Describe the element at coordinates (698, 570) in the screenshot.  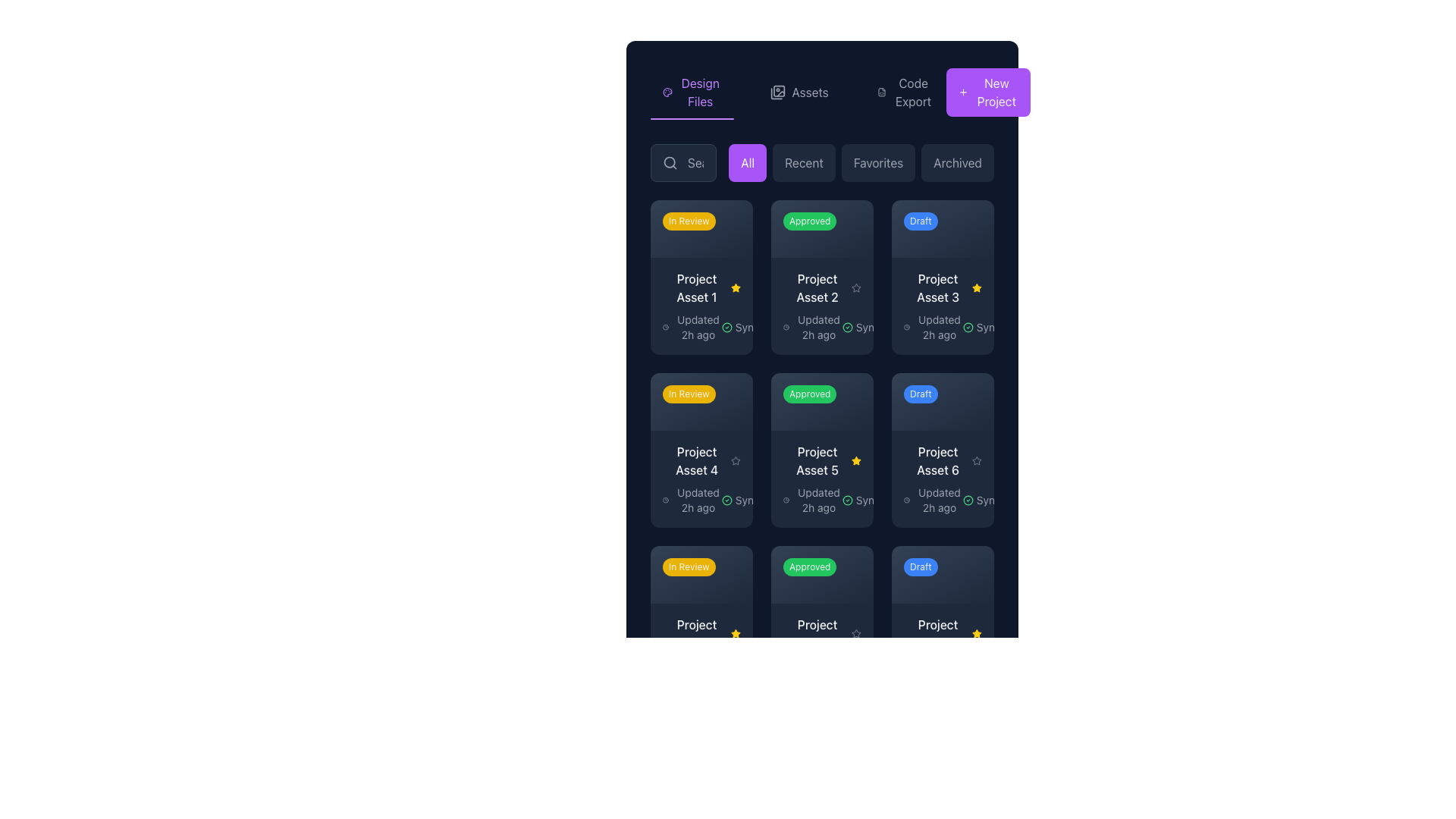
I see `the status information of the oval badge with a bright yellow background and 'In Review' text located in the lower section of the card labeled 'Project Asset 4'` at that location.